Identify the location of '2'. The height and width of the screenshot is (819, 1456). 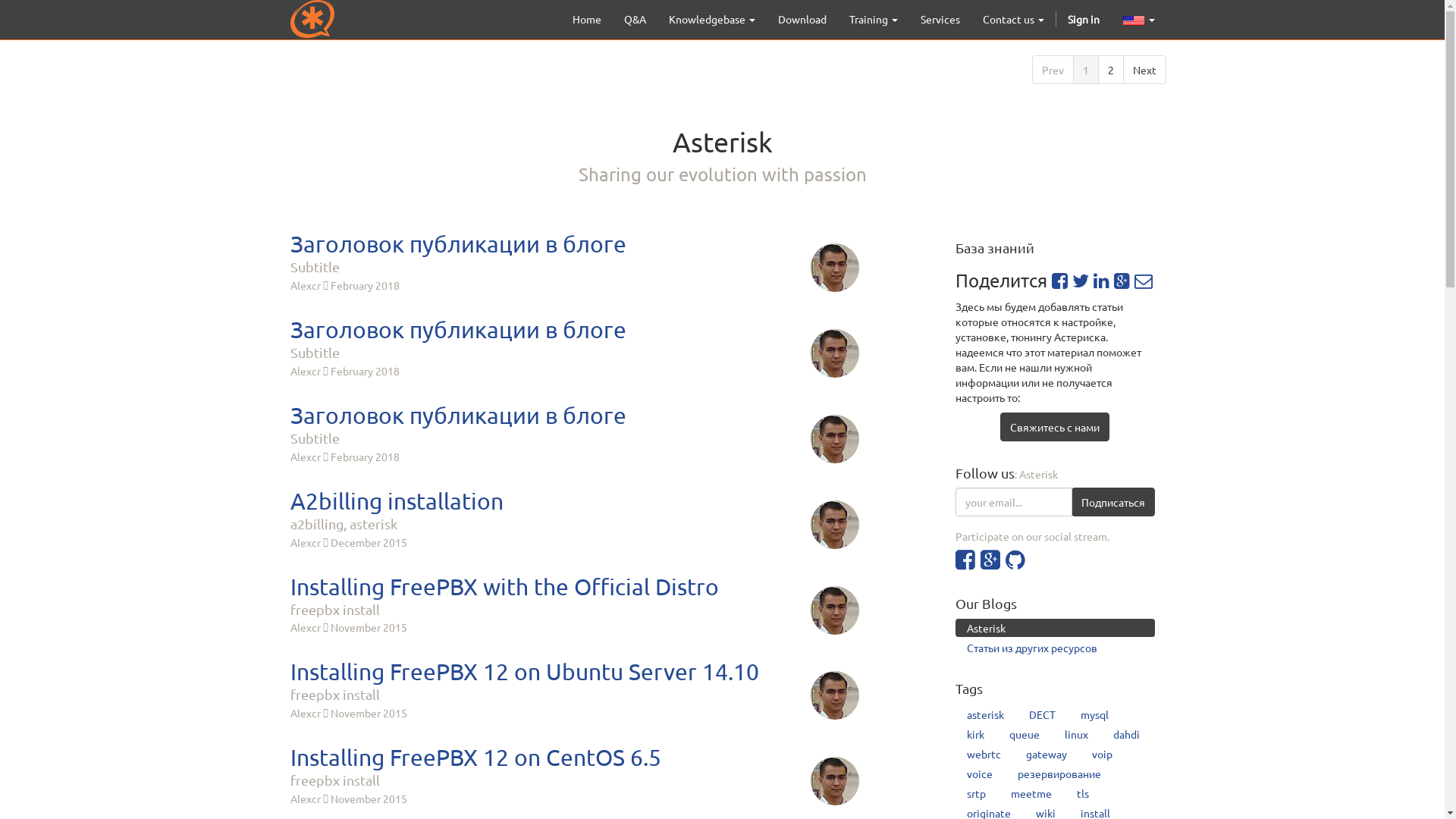
(1110, 70).